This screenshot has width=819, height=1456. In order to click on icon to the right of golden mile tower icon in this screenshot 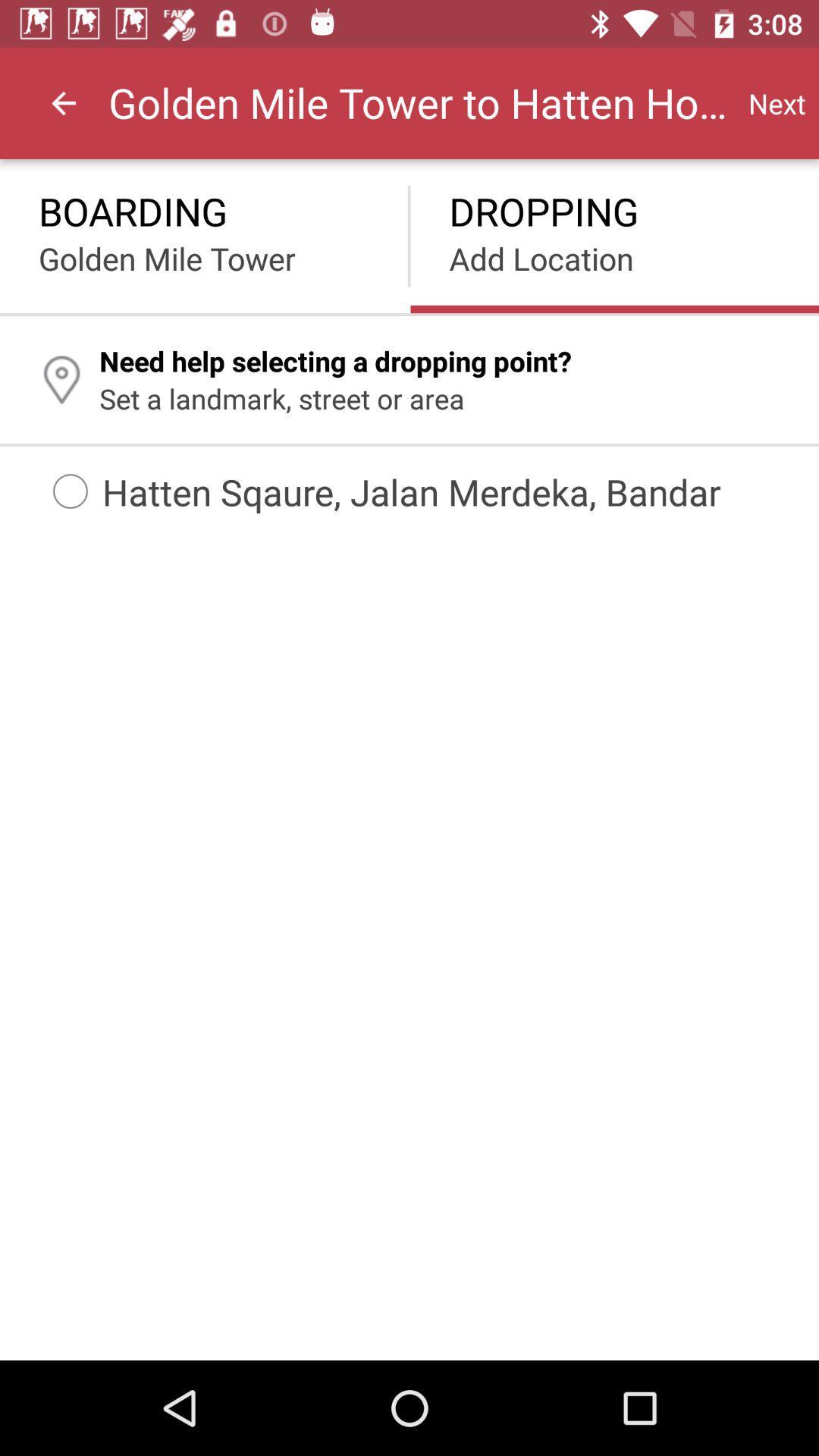, I will do `click(777, 102)`.